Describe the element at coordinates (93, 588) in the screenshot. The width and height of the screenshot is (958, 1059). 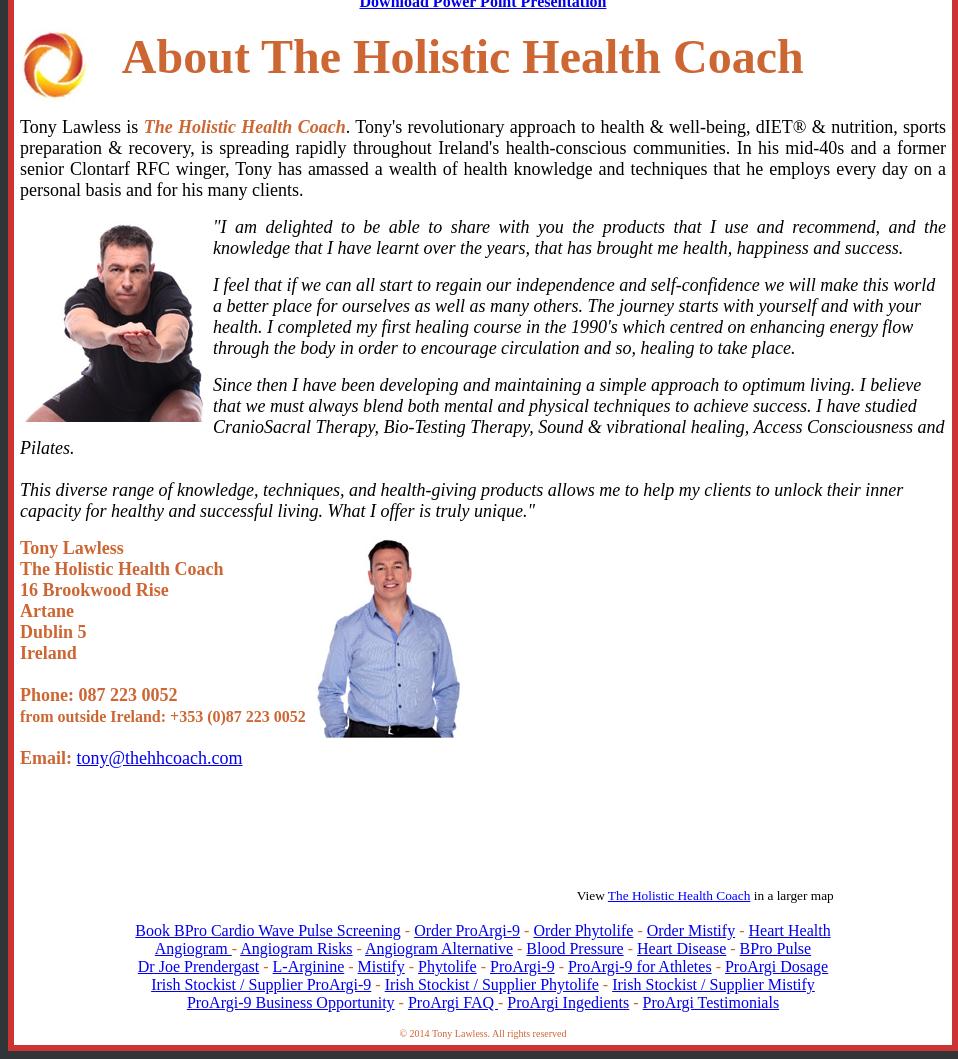
I see `'16 Brookwood Rise'` at that location.